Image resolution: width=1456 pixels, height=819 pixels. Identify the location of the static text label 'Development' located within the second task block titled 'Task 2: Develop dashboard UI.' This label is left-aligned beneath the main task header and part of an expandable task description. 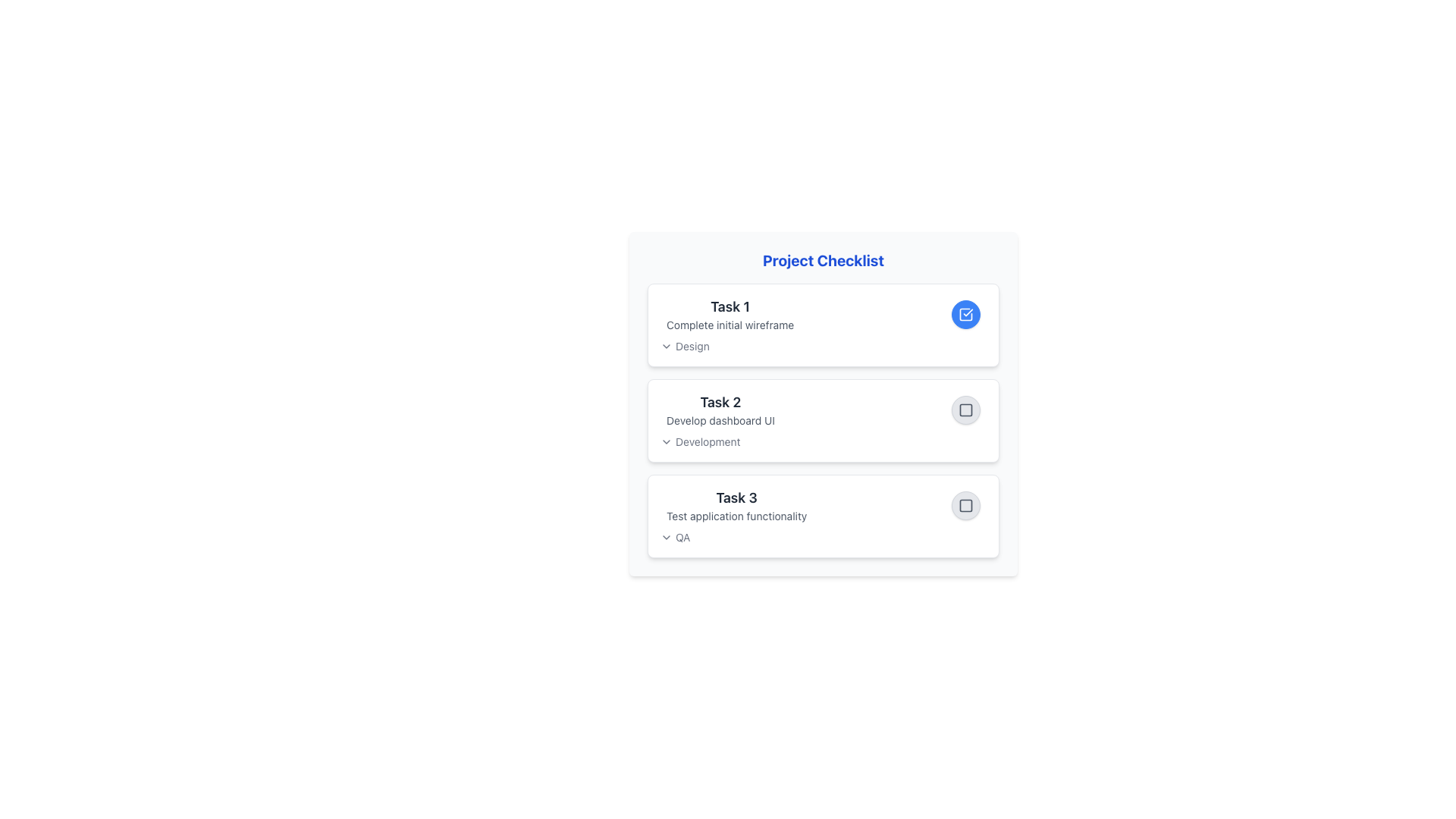
(707, 441).